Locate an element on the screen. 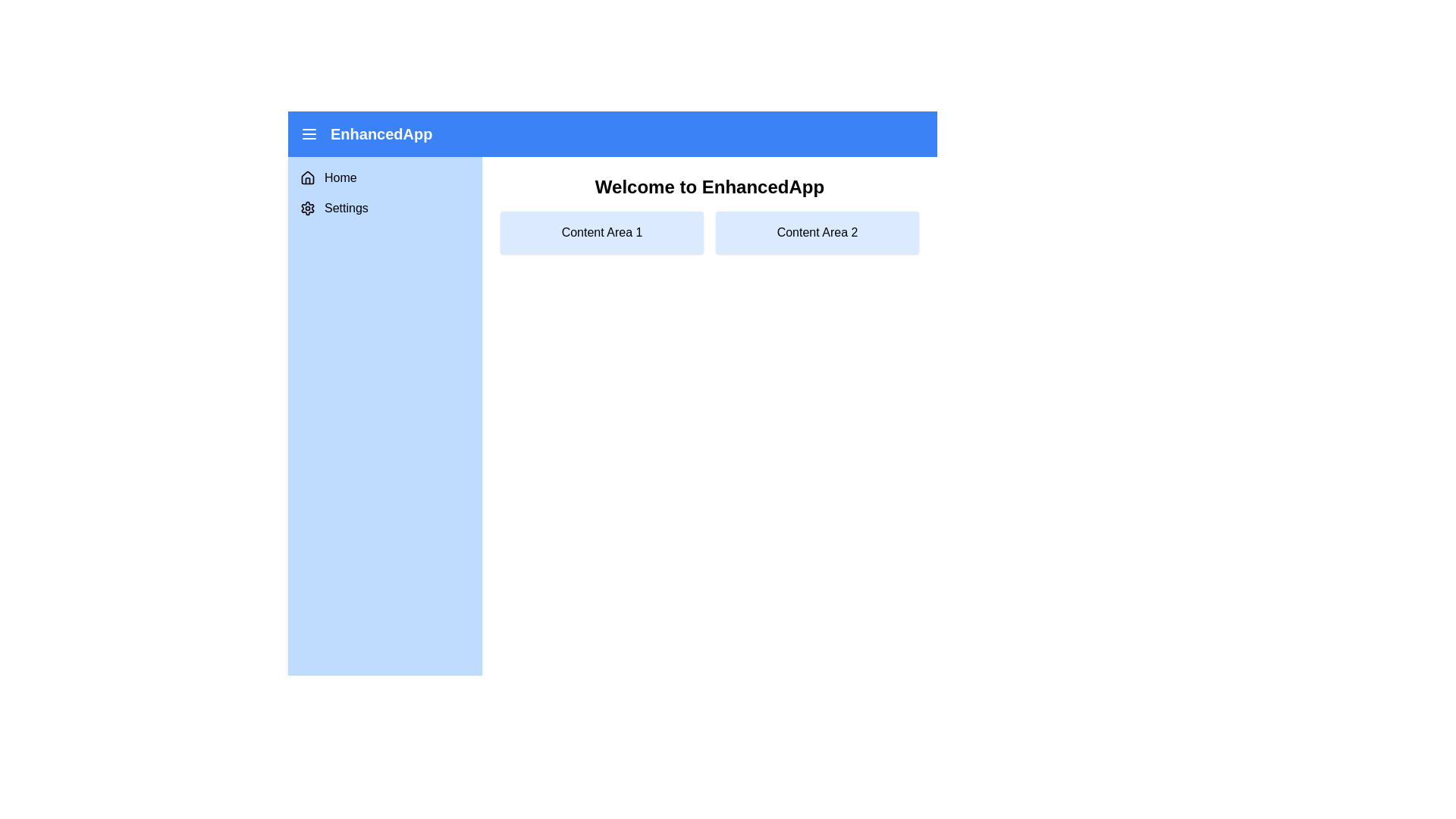 The width and height of the screenshot is (1456, 819). the highly stylized cogwheel icon in the sidebar menu is located at coordinates (307, 208).